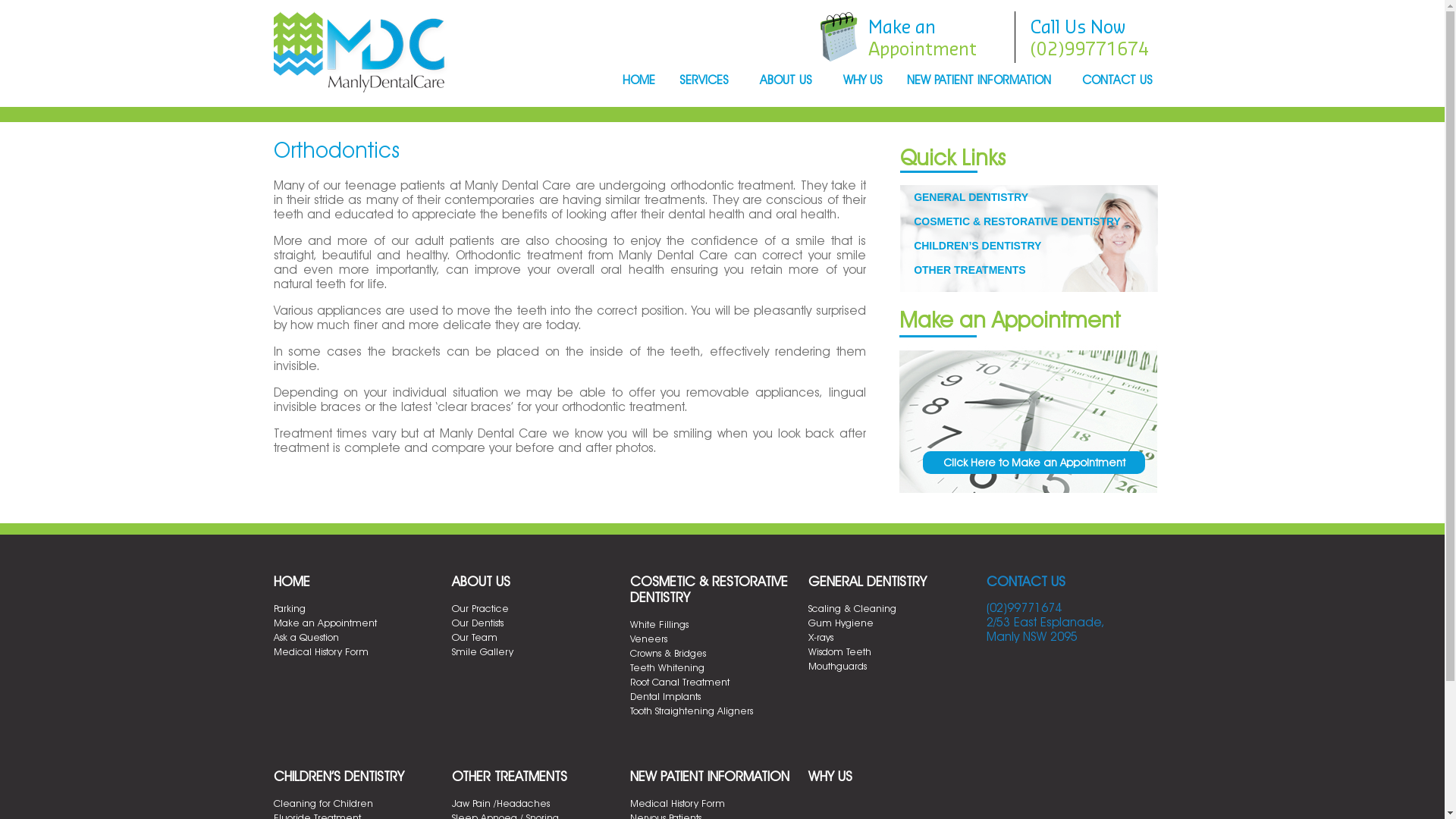 This screenshot has width=1456, height=819. Describe the element at coordinates (820, 637) in the screenshot. I see `'X-rays'` at that location.